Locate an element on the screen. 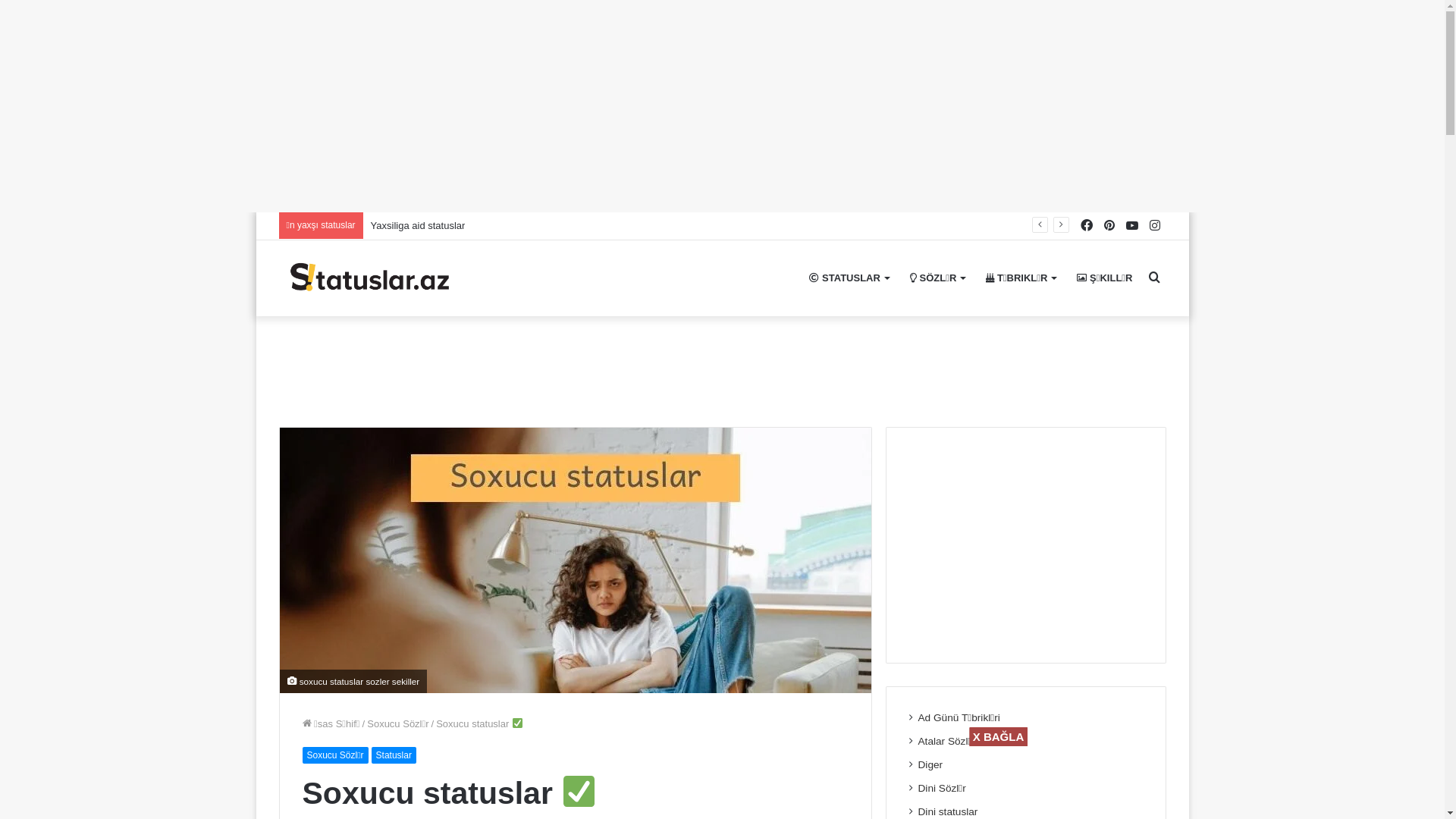  'Pinterest' is located at coordinates (1109, 225).